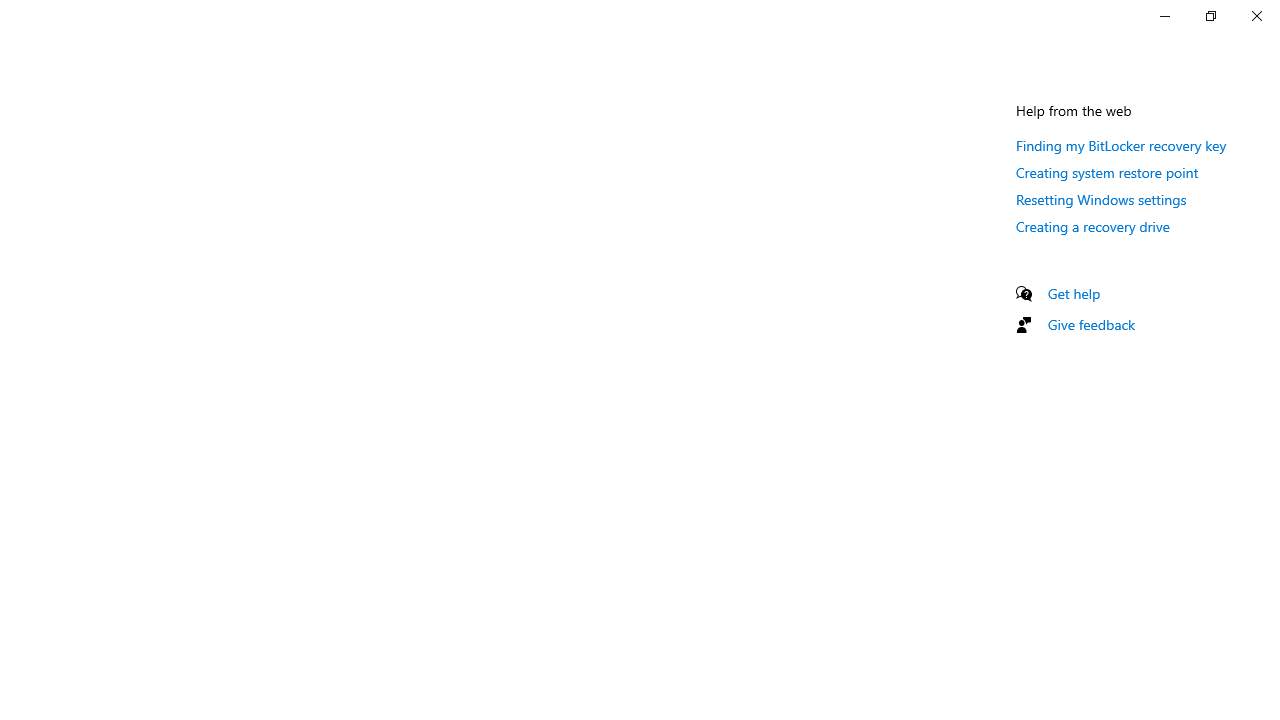 The width and height of the screenshot is (1280, 720). I want to click on 'Close Settings', so click(1255, 15).